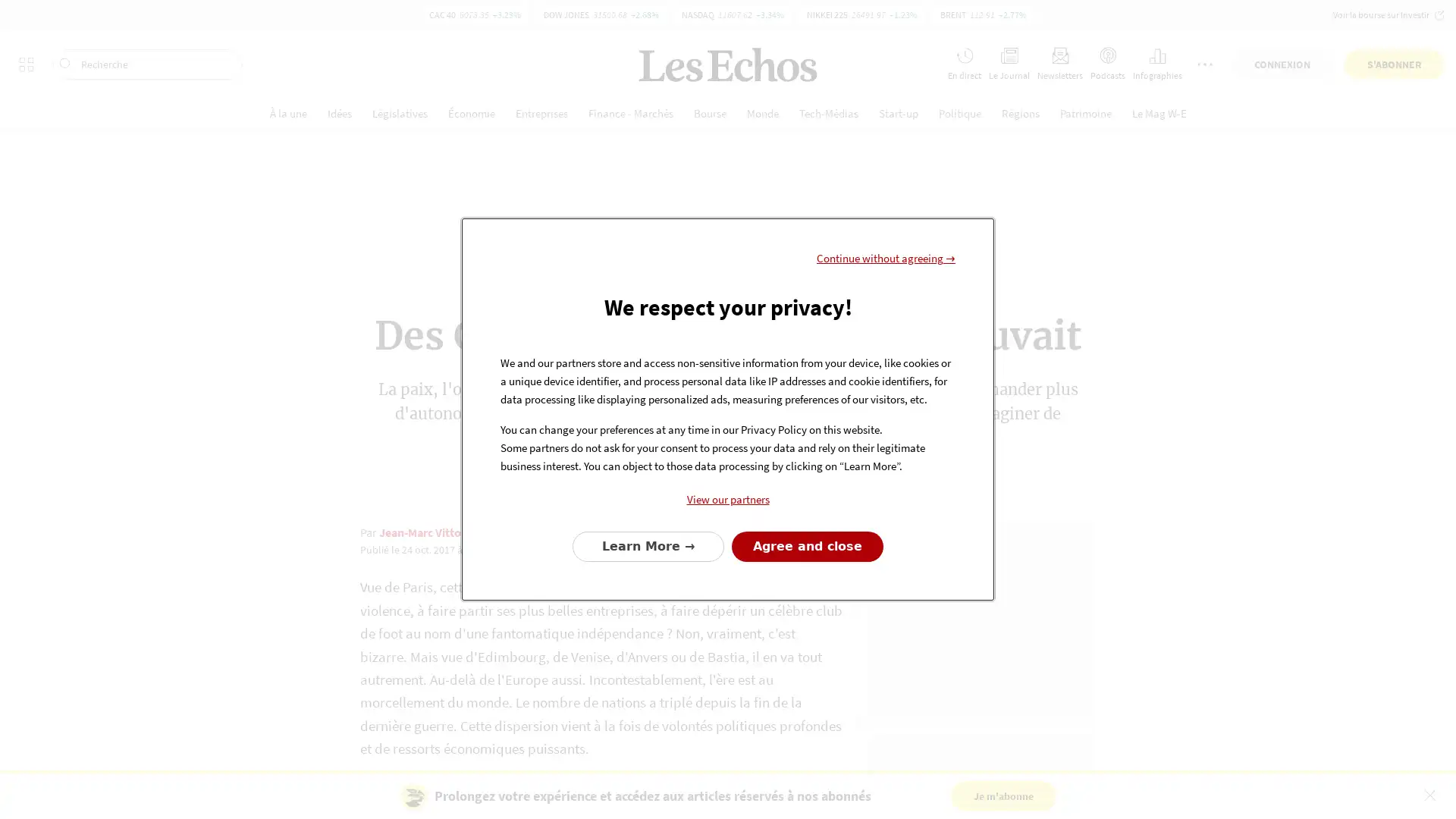 This screenshot has width=1456, height=819. I want to click on Commenter, so click(675, 485).